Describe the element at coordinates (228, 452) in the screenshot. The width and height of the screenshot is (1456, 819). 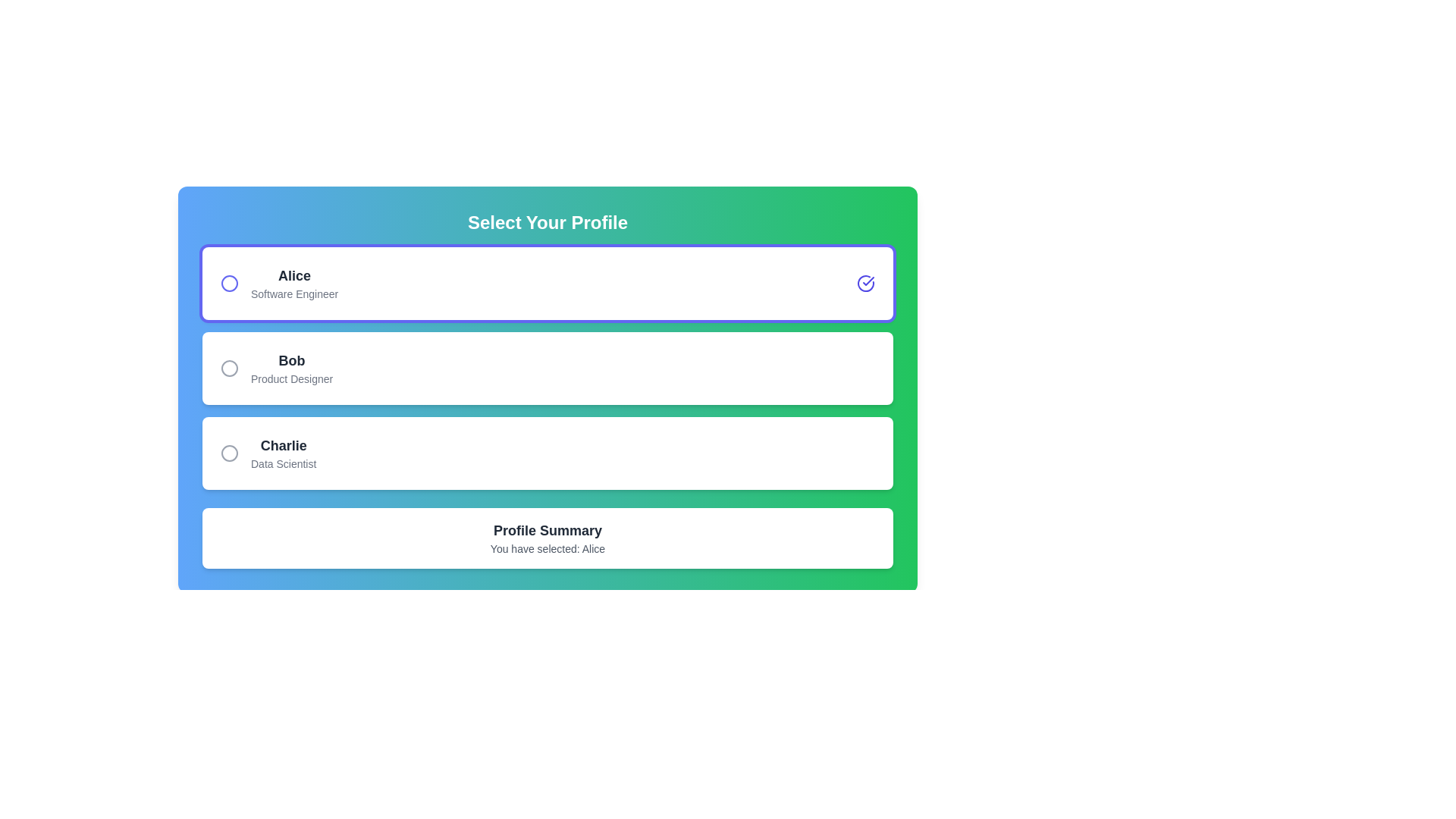
I see `the circular icon with a gray outline and white fill located within the user profile card labeled 'Charlie', which is the third profile in the list` at that location.